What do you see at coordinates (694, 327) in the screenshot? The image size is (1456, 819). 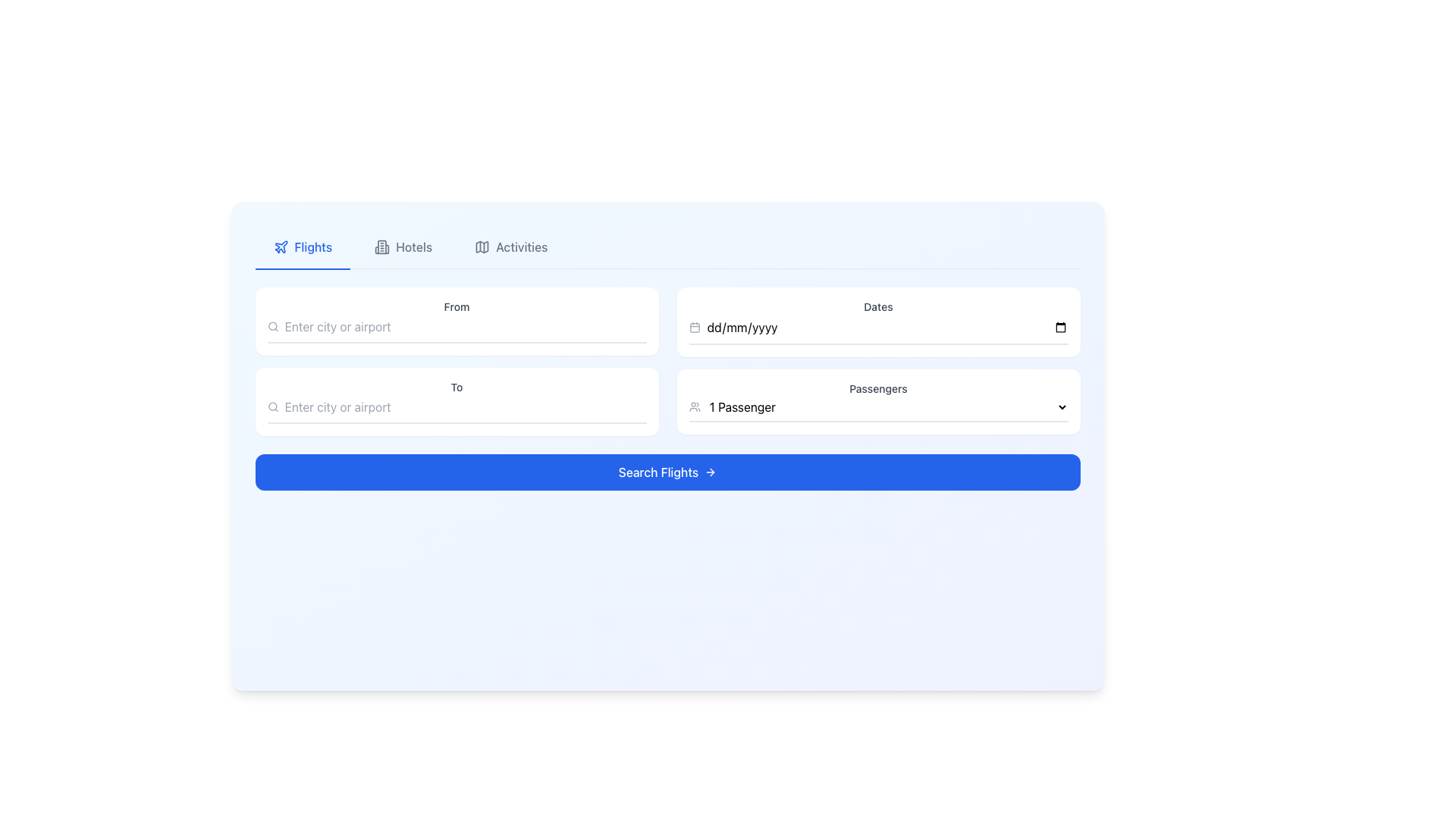 I see `the small gray calendar icon located to the left of the placeholder text 'dd/mm/yyyy' in the 'Dates' input field of the 'Flights' search section` at bounding box center [694, 327].